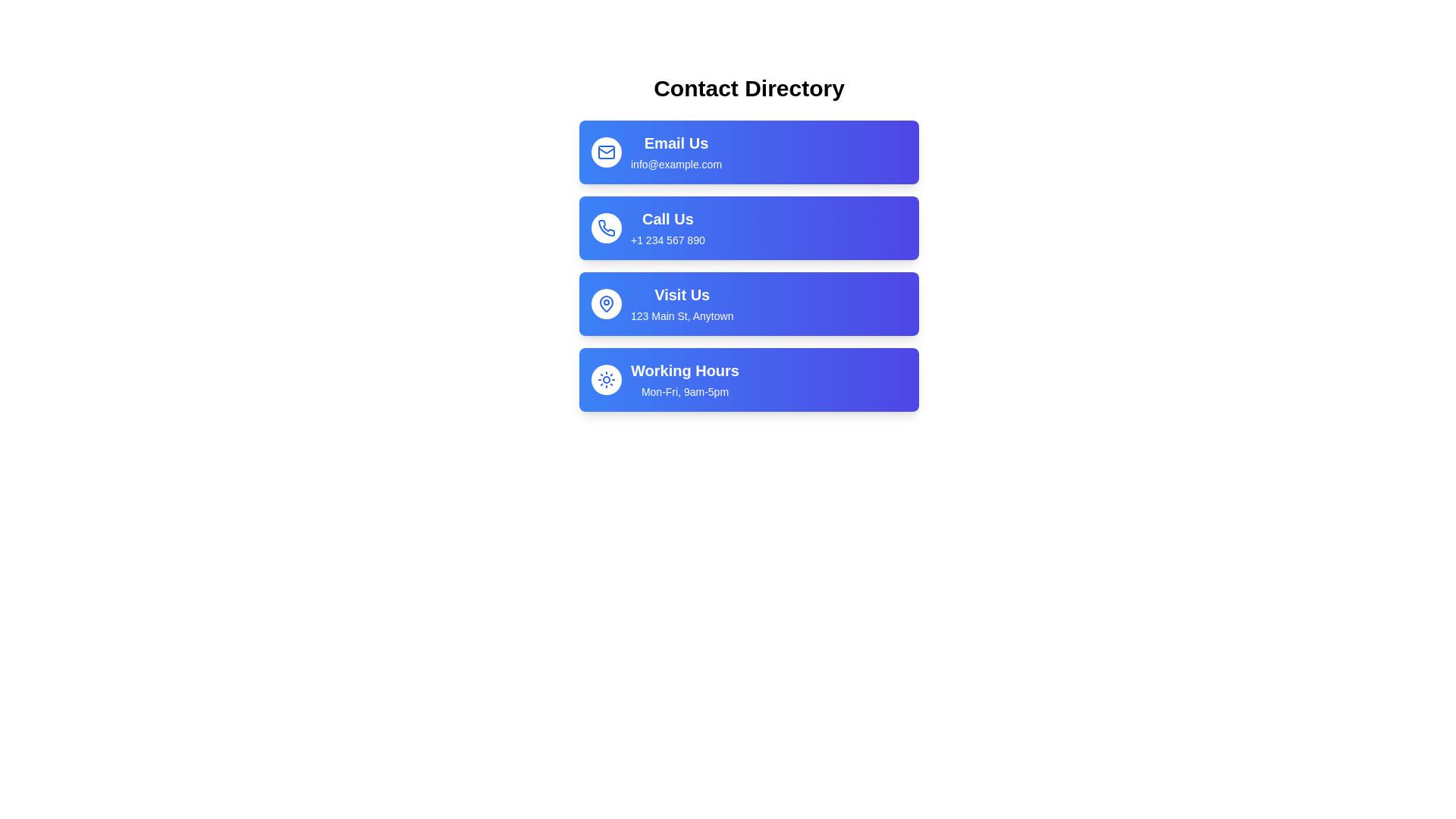 The height and width of the screenshot is (819, 1456). I want to click on the email address text located directly beneath the 'Email Us' header in the first section of the vertical list on the interface, so click(676, 164).